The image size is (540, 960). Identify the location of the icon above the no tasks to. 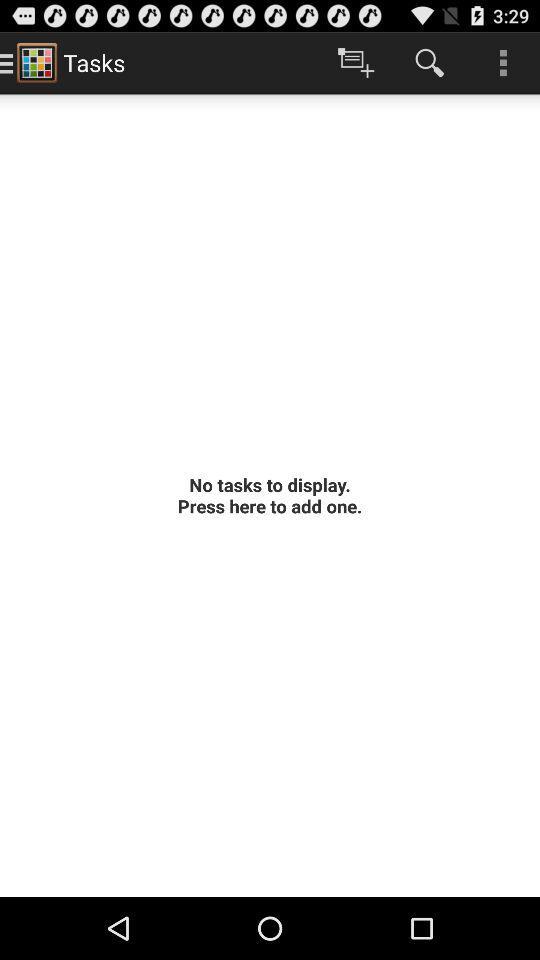
(355, 62).